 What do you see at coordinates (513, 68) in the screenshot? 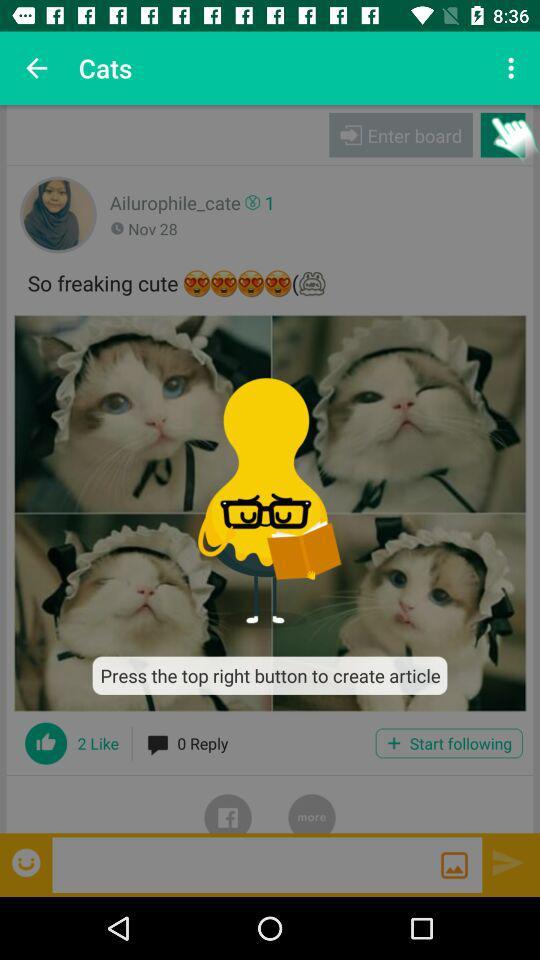
I see `the icon next to cats` at bounding box center [513, 68].